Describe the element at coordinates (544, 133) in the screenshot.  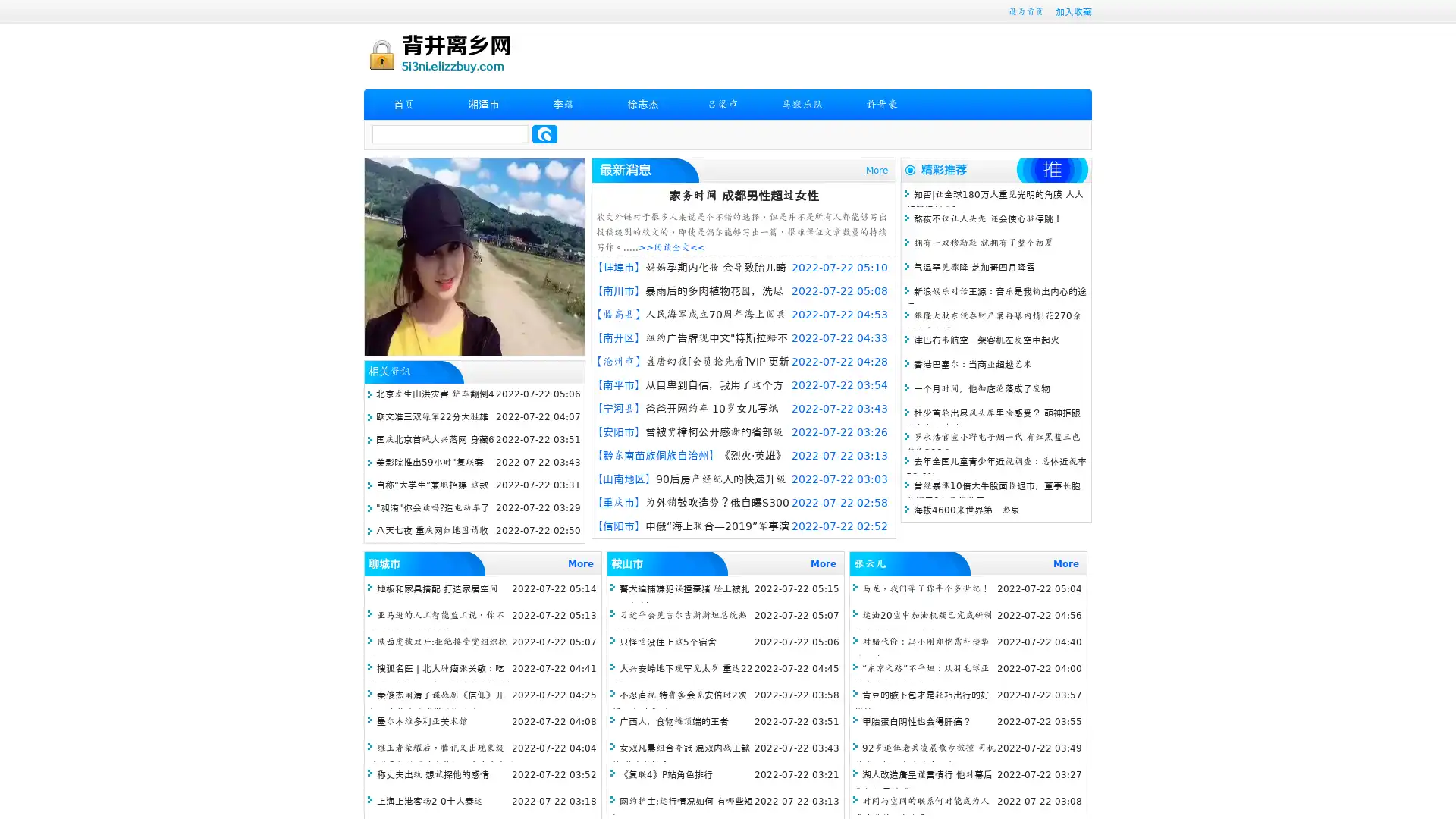
I see `Search` at that location.